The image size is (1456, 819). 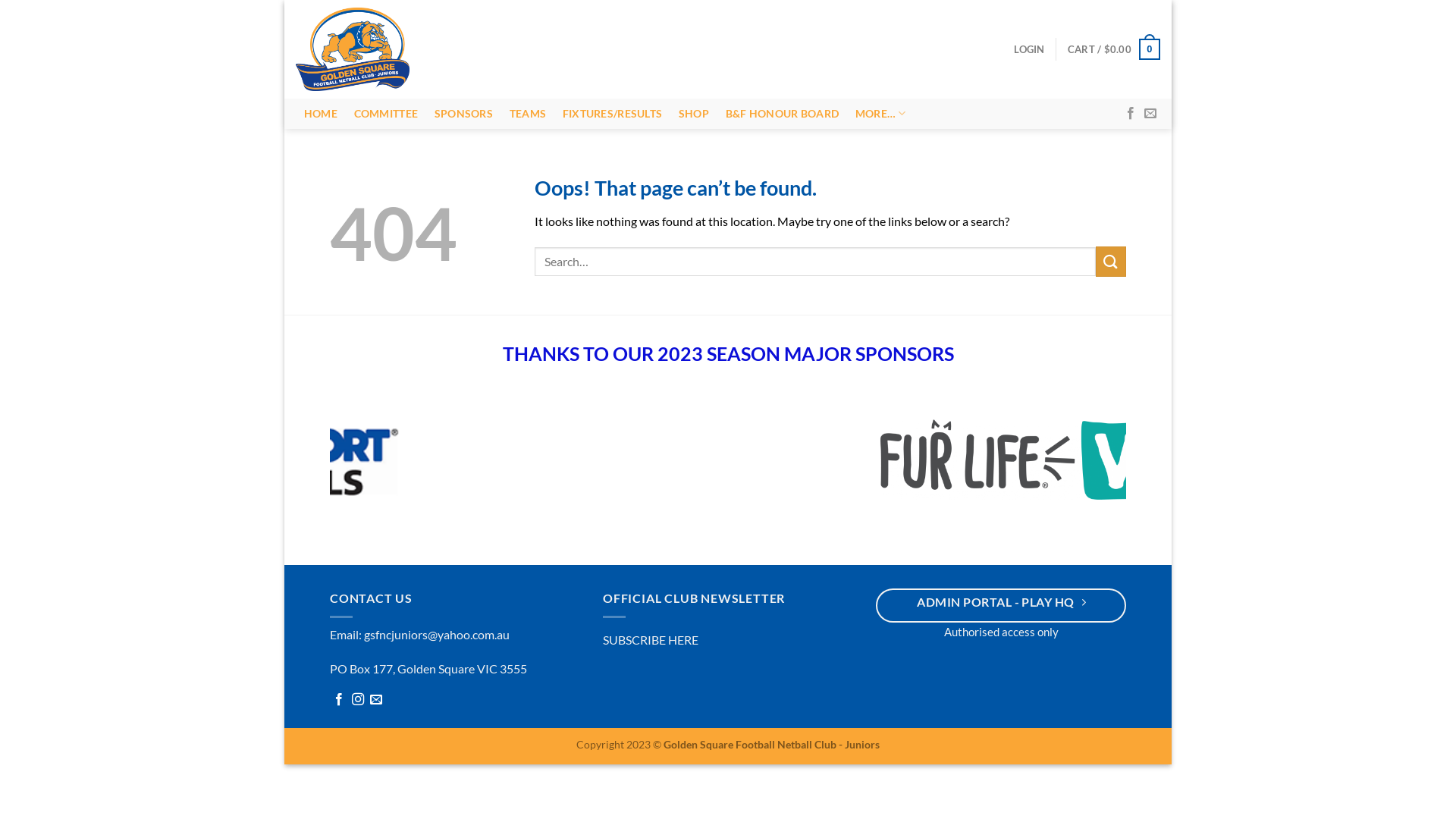 I want to click on 'B&F HONOUR BOARD', so click(x=782, y=113).